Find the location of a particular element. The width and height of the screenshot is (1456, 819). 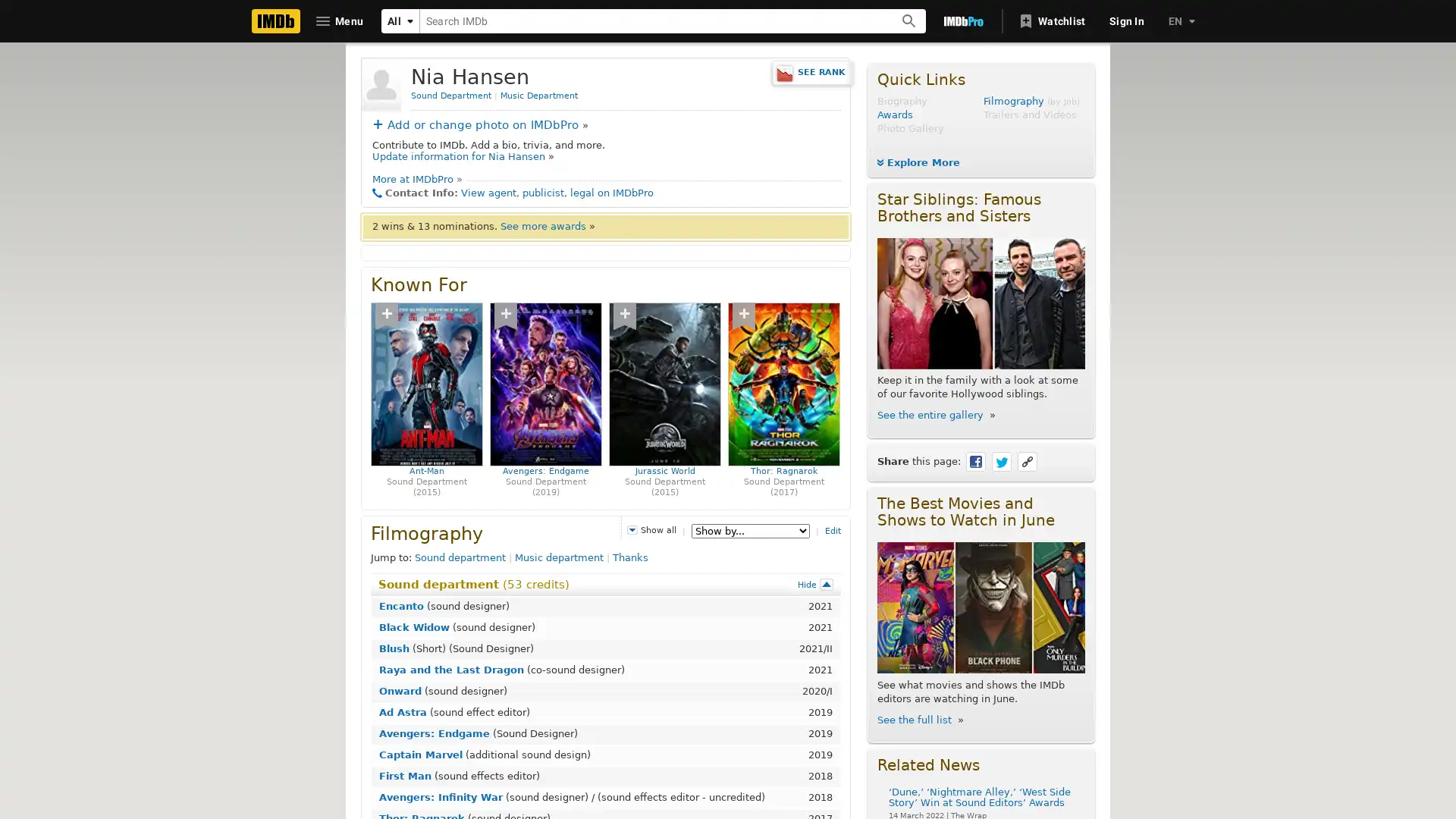

Go To IMDb Pro is located at coordinates (962, 20).